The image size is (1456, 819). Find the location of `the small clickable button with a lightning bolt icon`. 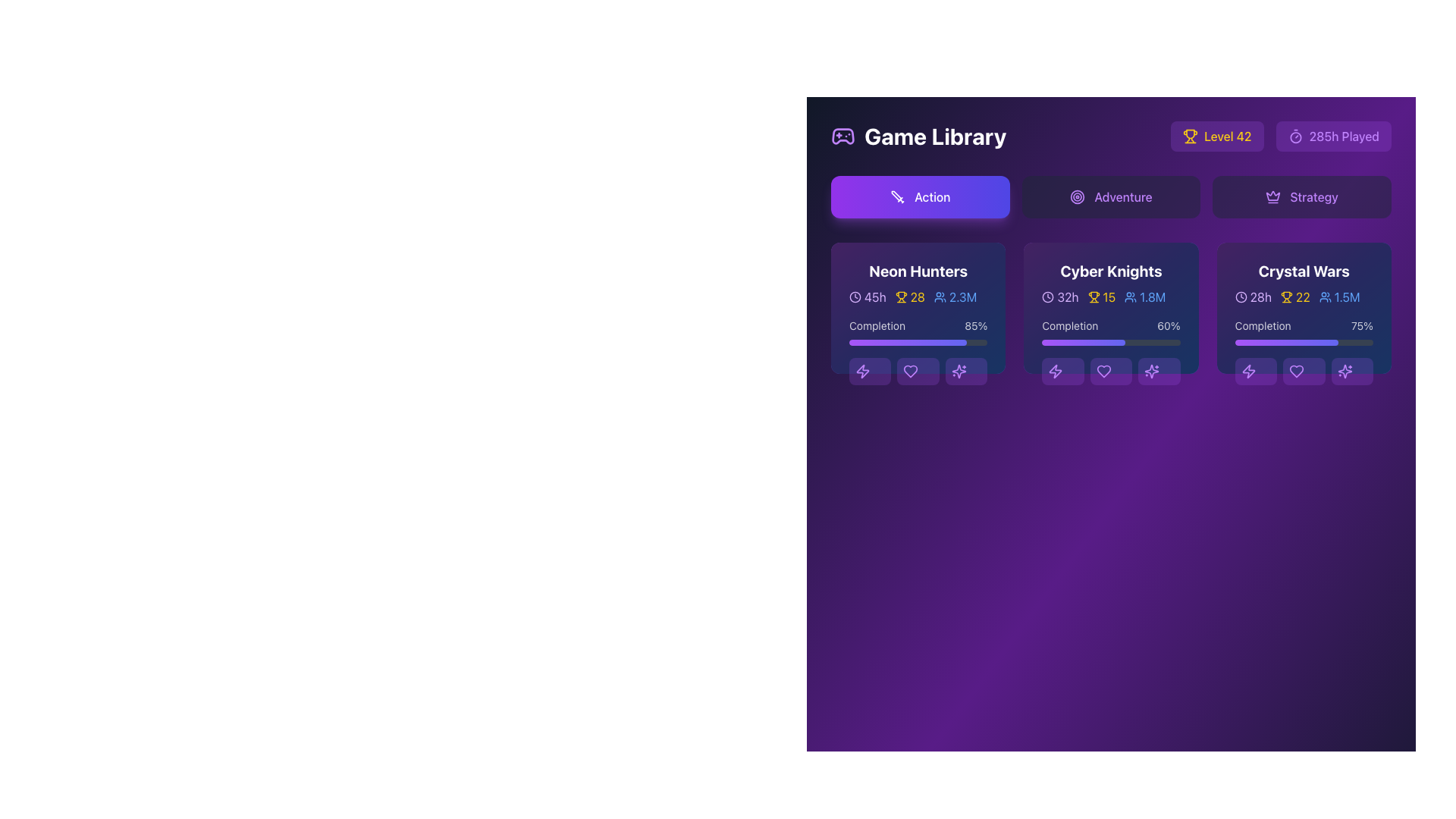

the small clickable button with a lightning bolt icon is located at coordinates (1062, 371).